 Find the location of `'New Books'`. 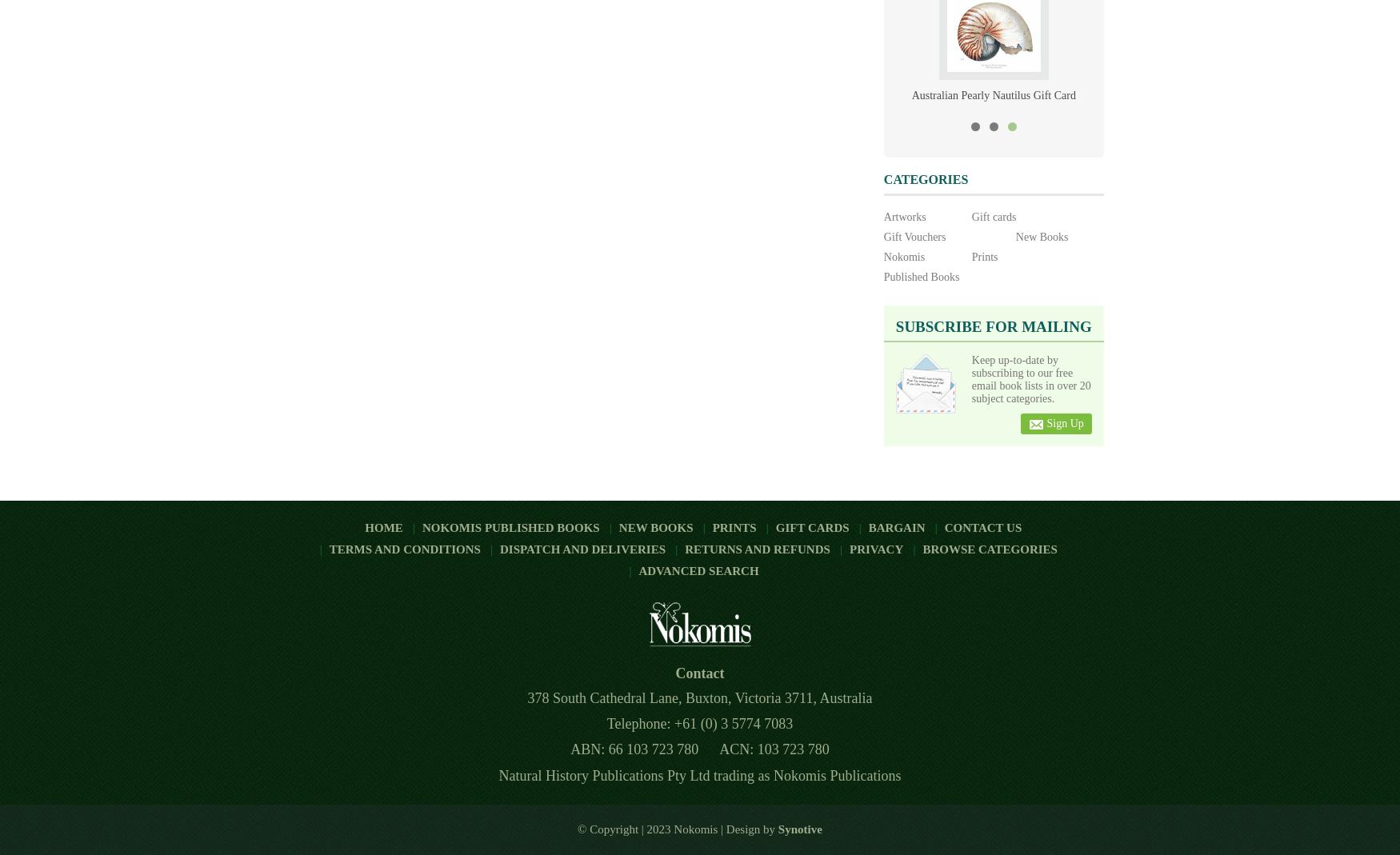

'New Books' is located at coordinates (617, 527).